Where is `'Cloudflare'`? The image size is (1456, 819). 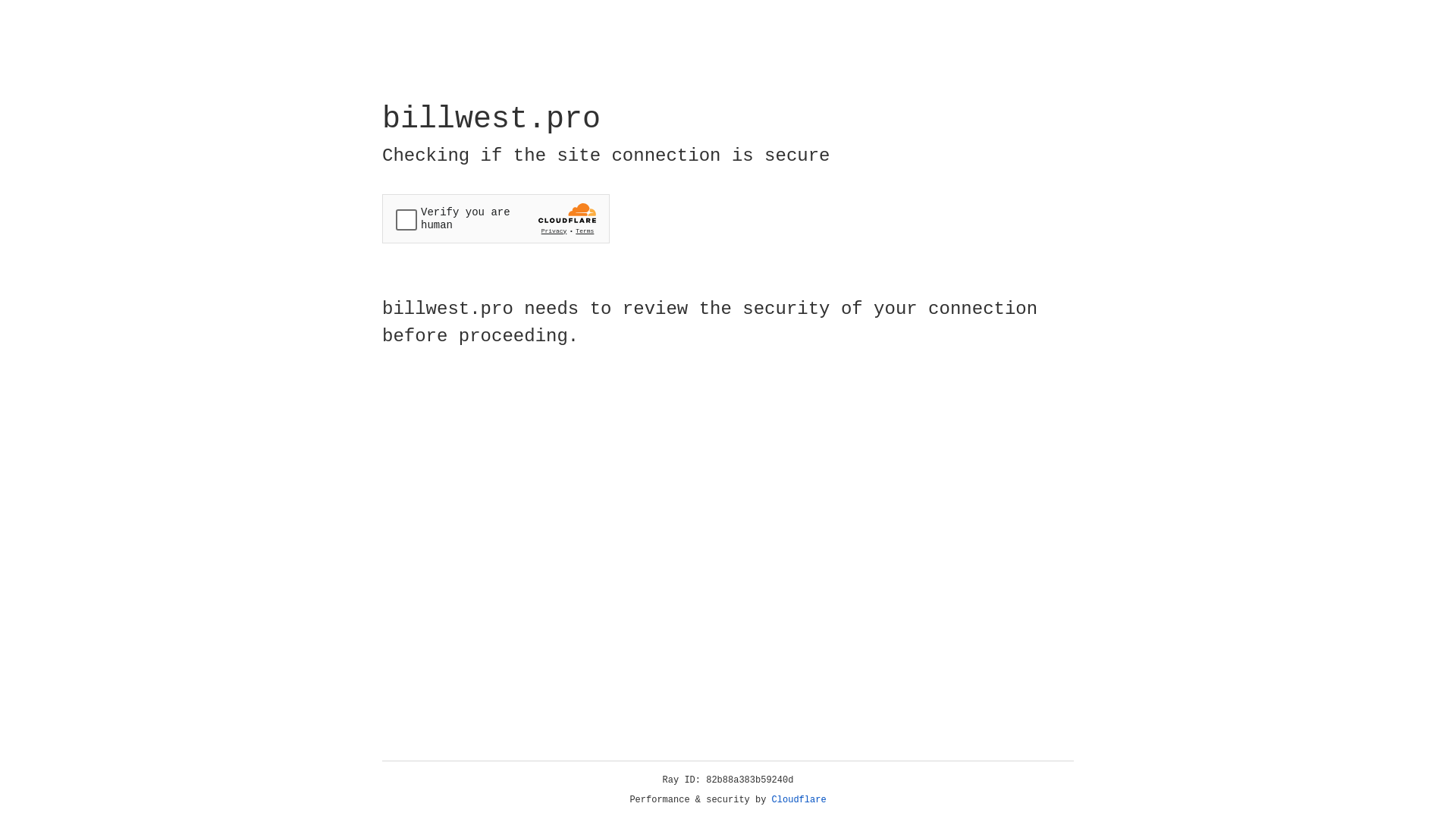 'Cloudflare' is located at coordinates (771, 799).